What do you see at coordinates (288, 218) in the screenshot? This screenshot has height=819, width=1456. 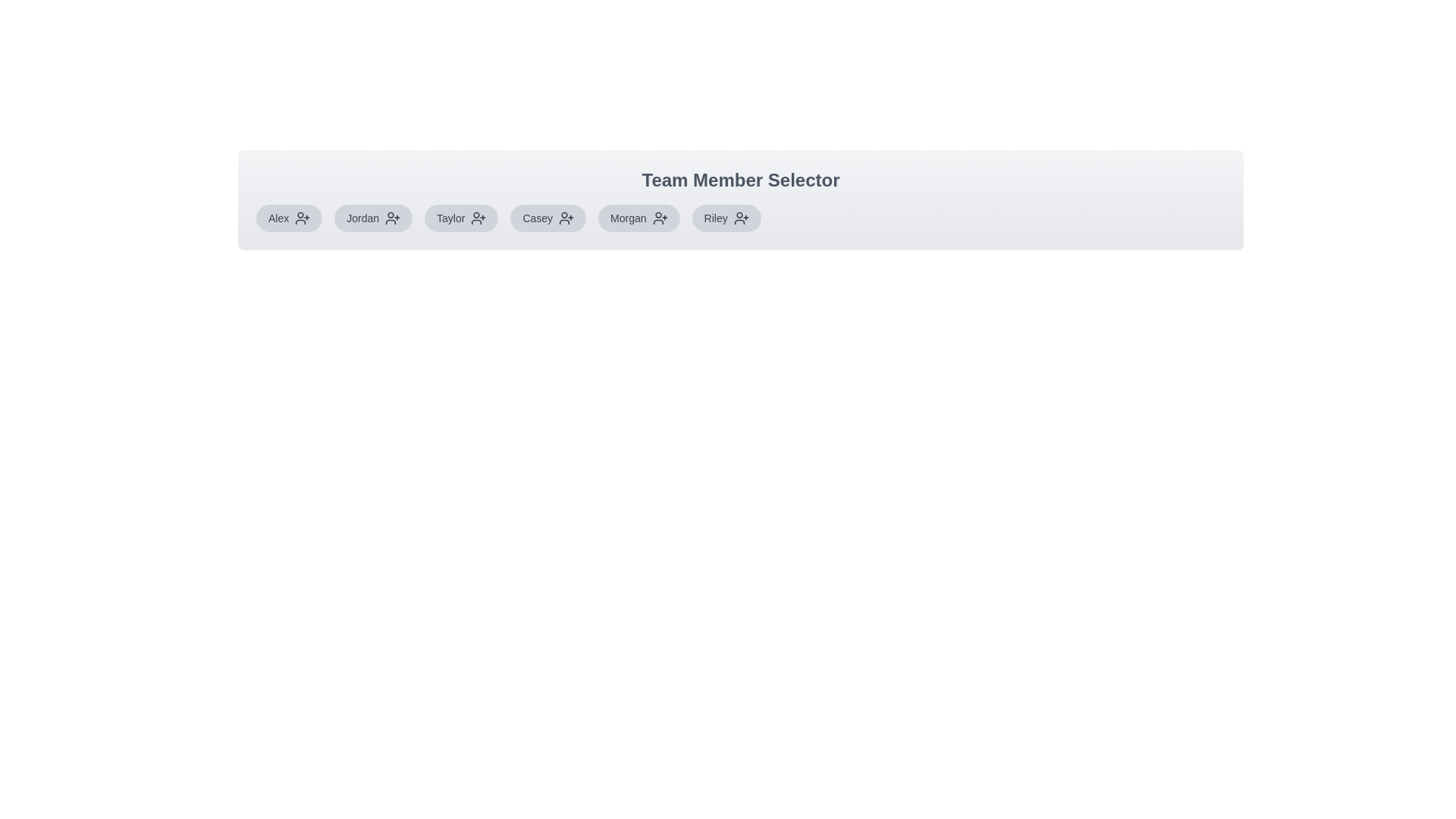 I see `the team member Alex to observe hover styles` at bounding box center [288, 218].